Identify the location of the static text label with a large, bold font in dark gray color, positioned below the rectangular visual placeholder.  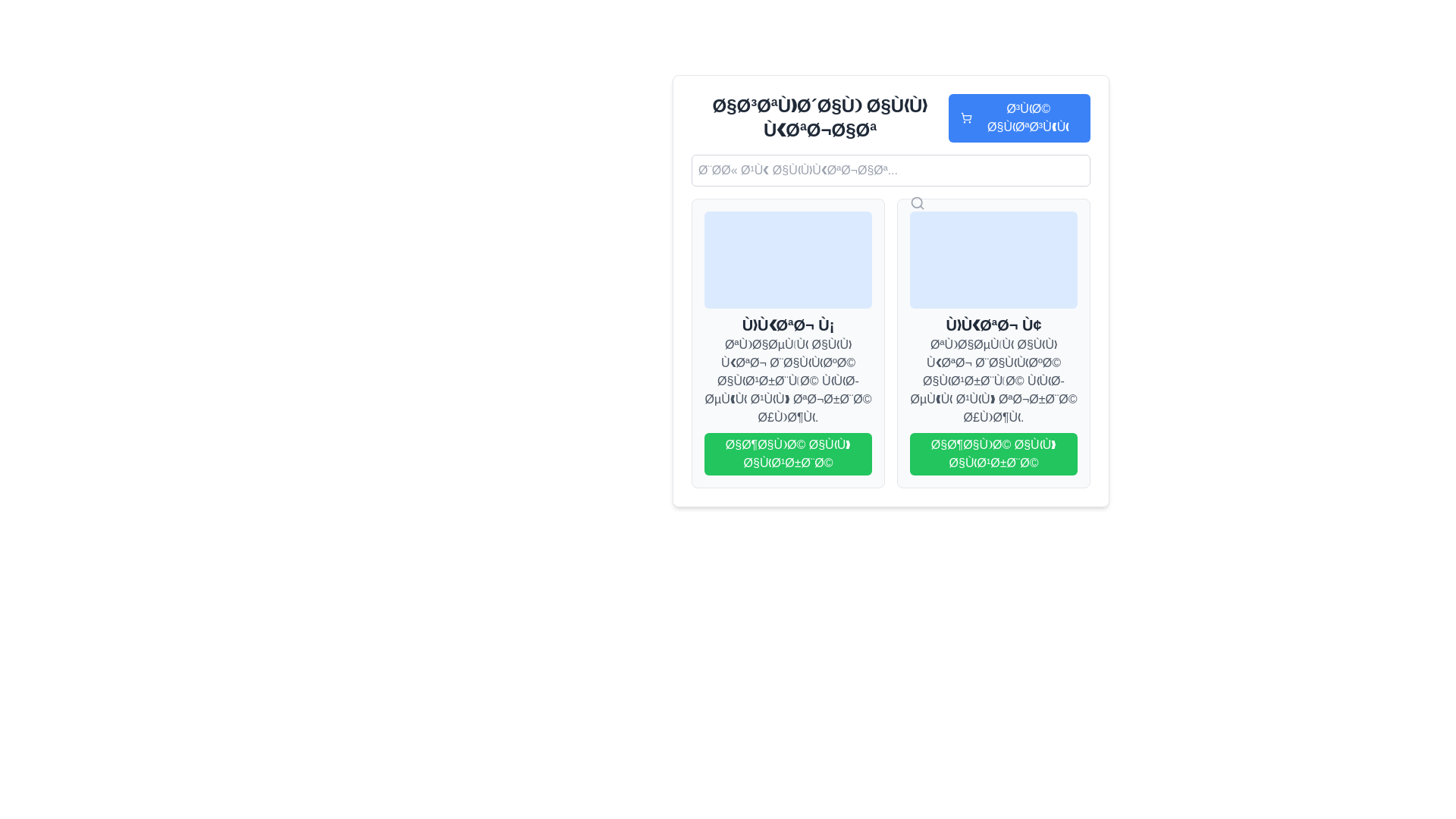
(788, 324).